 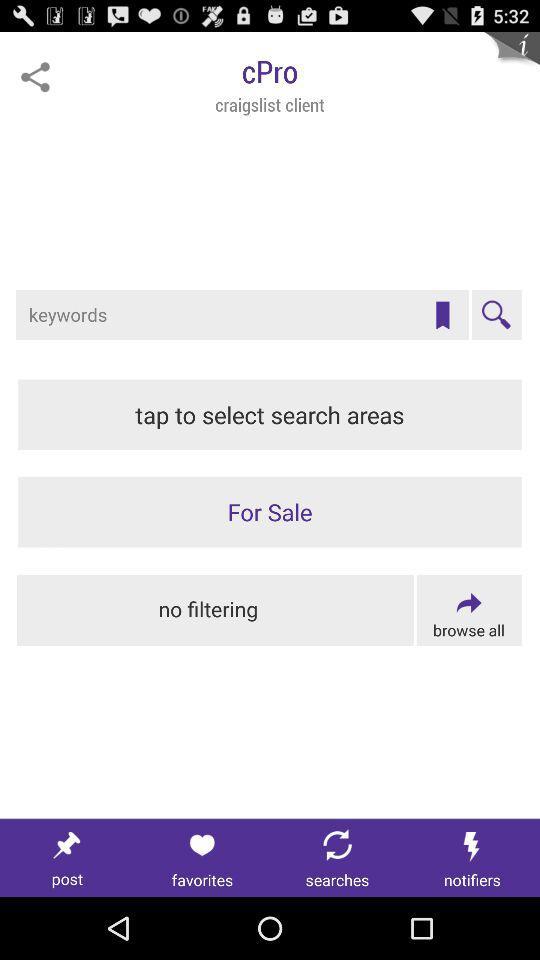 What do you see at coordinates (337, 857) in the screenshot?
I see `refresh searches` at bounding box center [337, 857].